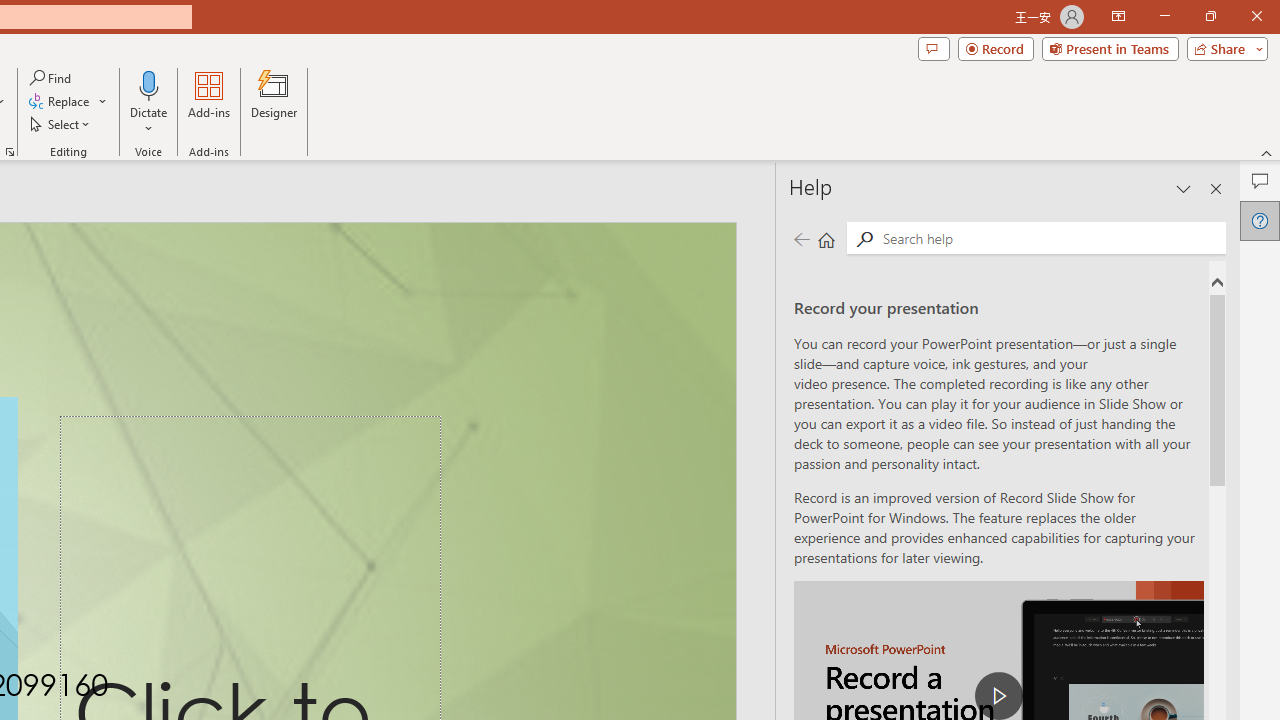 The image size is (1280, 720). Describe the element at coordinates (273, 103) in the screenshot. I see `'Designer'` at that location.